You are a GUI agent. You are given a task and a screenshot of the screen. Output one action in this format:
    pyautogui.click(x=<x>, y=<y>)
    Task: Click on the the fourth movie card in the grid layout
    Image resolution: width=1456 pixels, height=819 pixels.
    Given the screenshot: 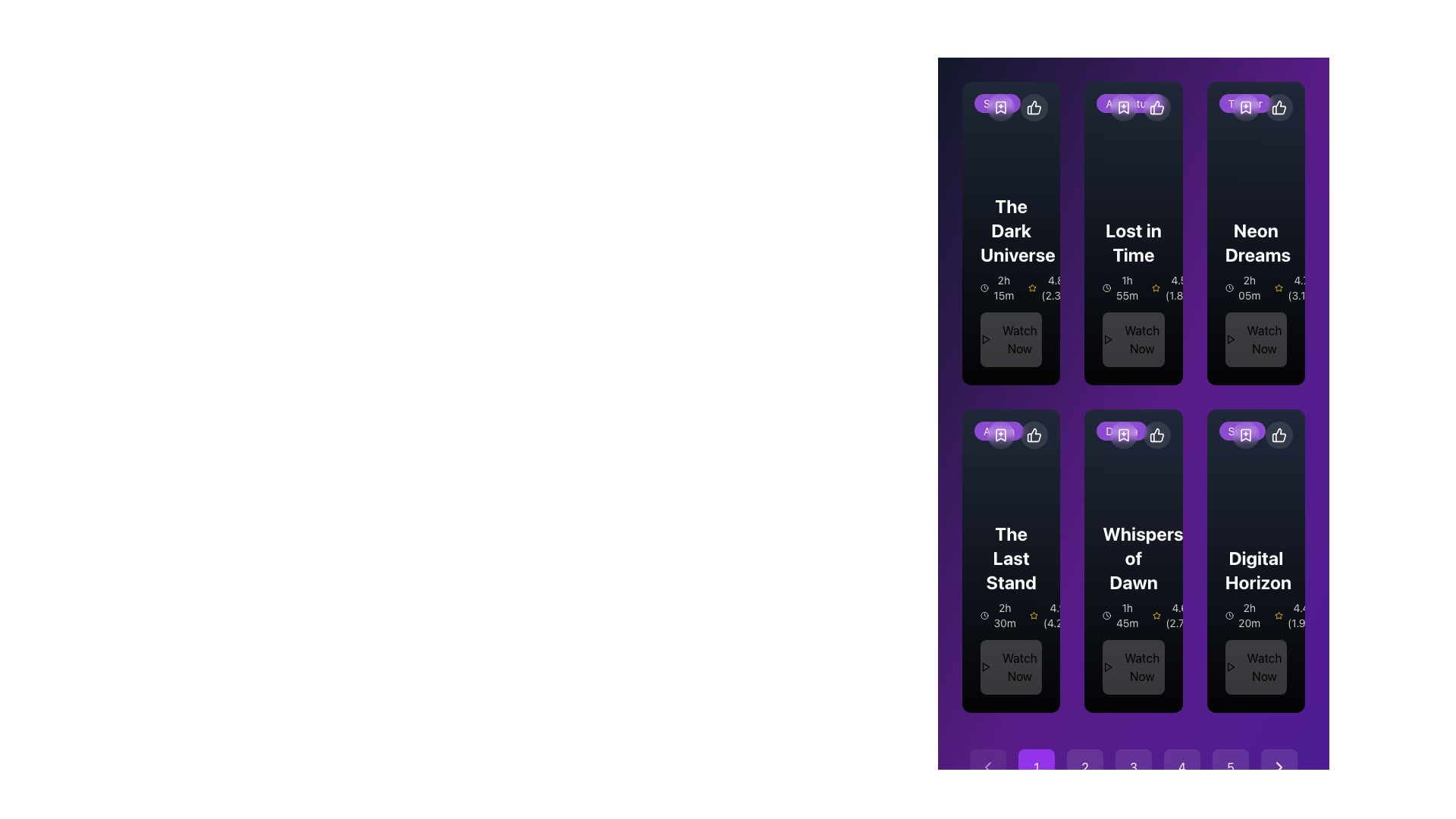 What is the action you would take?
    pyautogui.click(x=1011, y=561)
    